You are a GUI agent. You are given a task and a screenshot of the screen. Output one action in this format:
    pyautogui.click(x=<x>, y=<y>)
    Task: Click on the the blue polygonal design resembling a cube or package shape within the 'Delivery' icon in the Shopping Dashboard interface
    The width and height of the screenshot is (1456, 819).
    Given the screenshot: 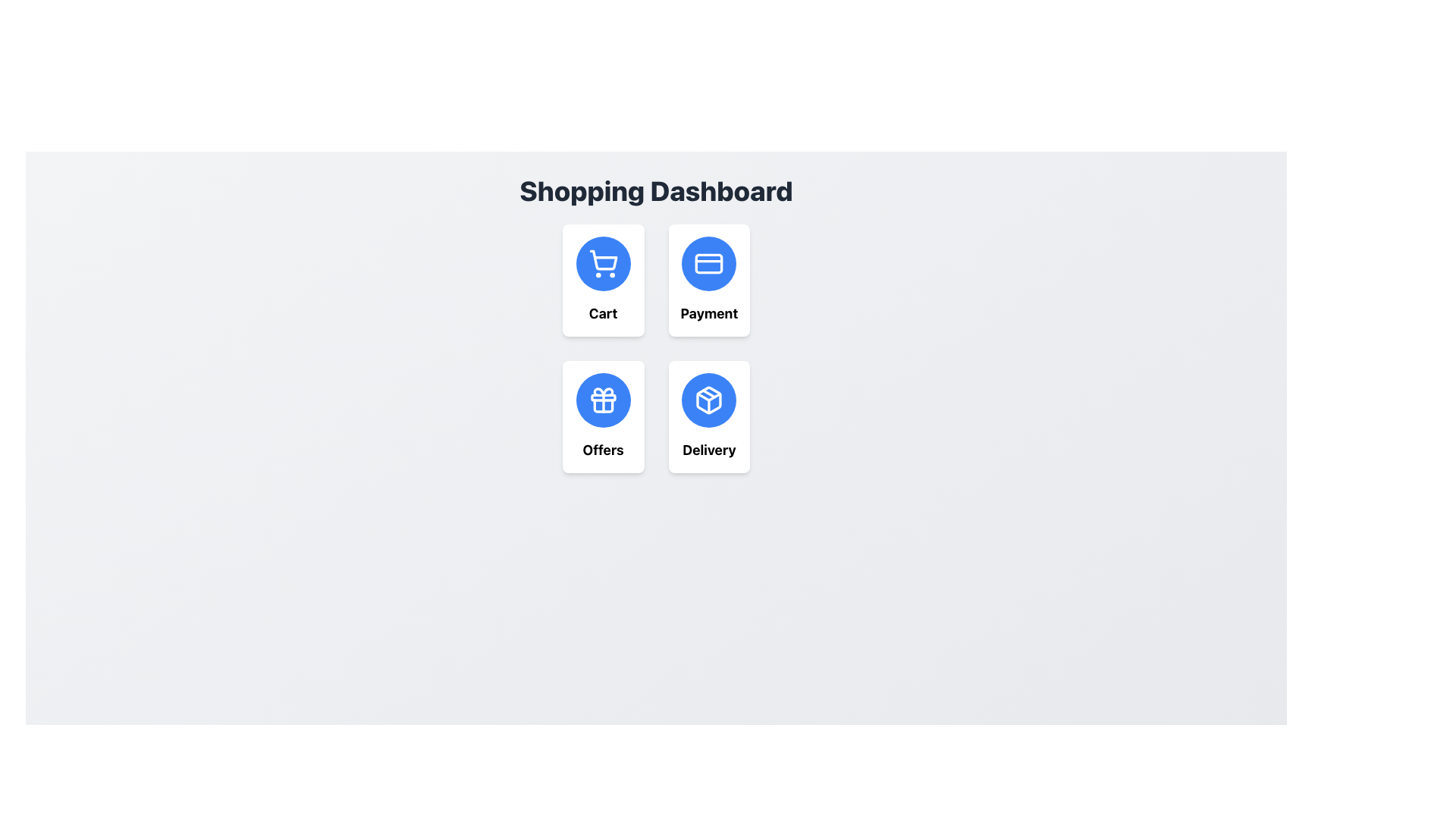 What is the action you would take?
    pyautogui.click(x=708, y=400)
    